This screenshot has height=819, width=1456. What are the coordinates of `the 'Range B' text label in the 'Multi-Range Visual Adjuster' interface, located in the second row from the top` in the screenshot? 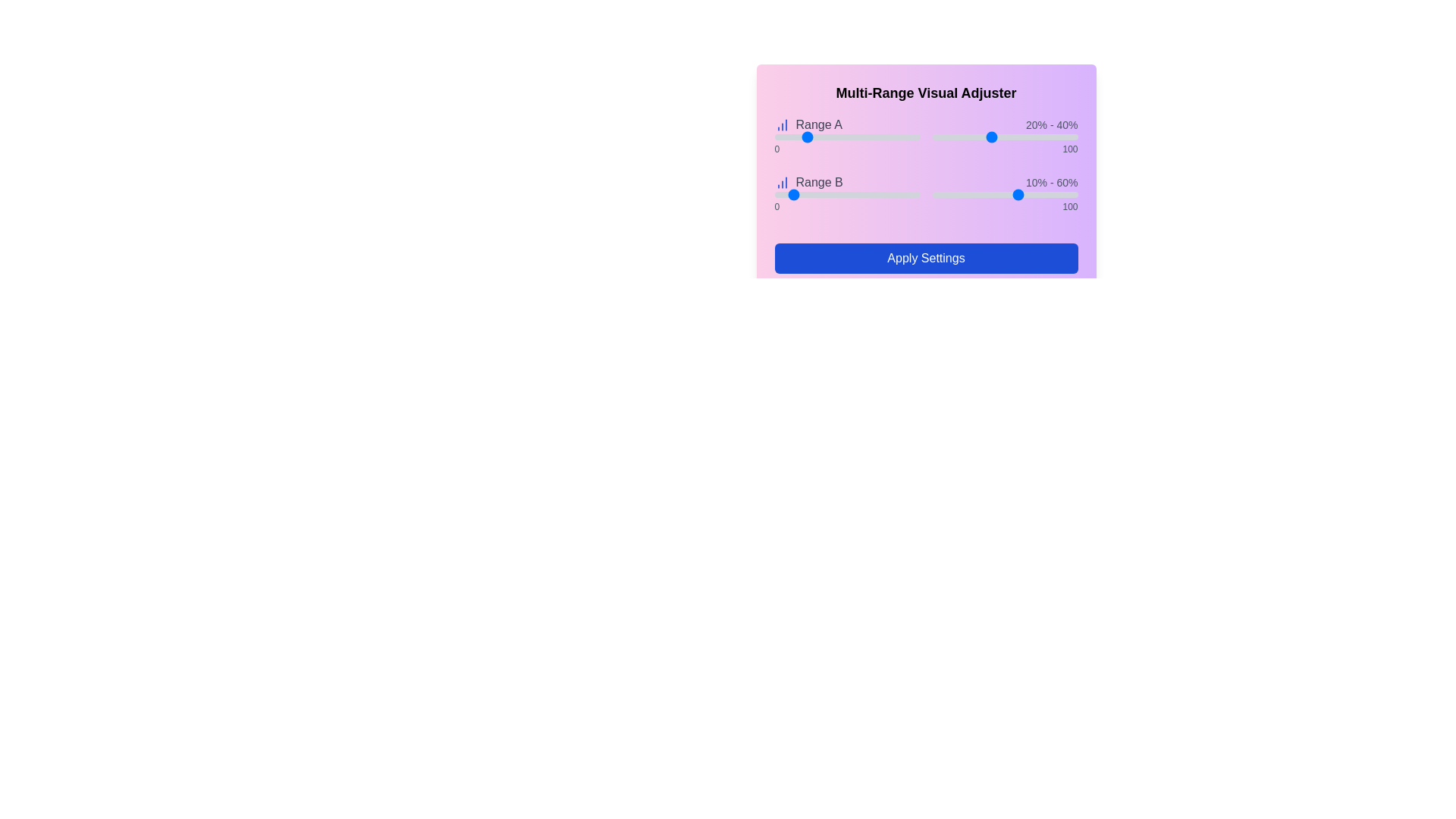 It's located at (808, 181).